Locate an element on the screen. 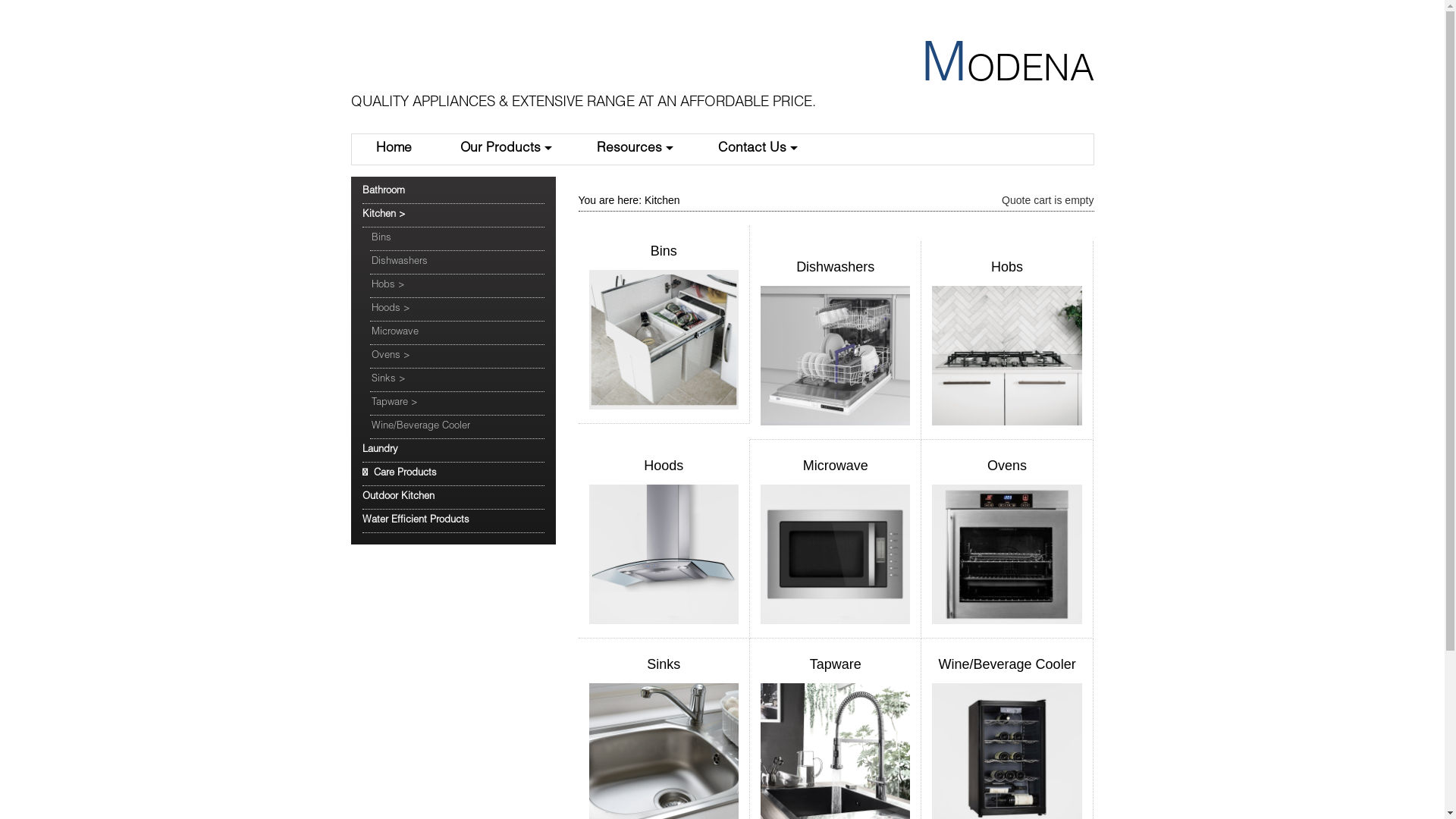 This screenshot has width=1456, height=819. 'Resources' is located at coordinates (632, 149).